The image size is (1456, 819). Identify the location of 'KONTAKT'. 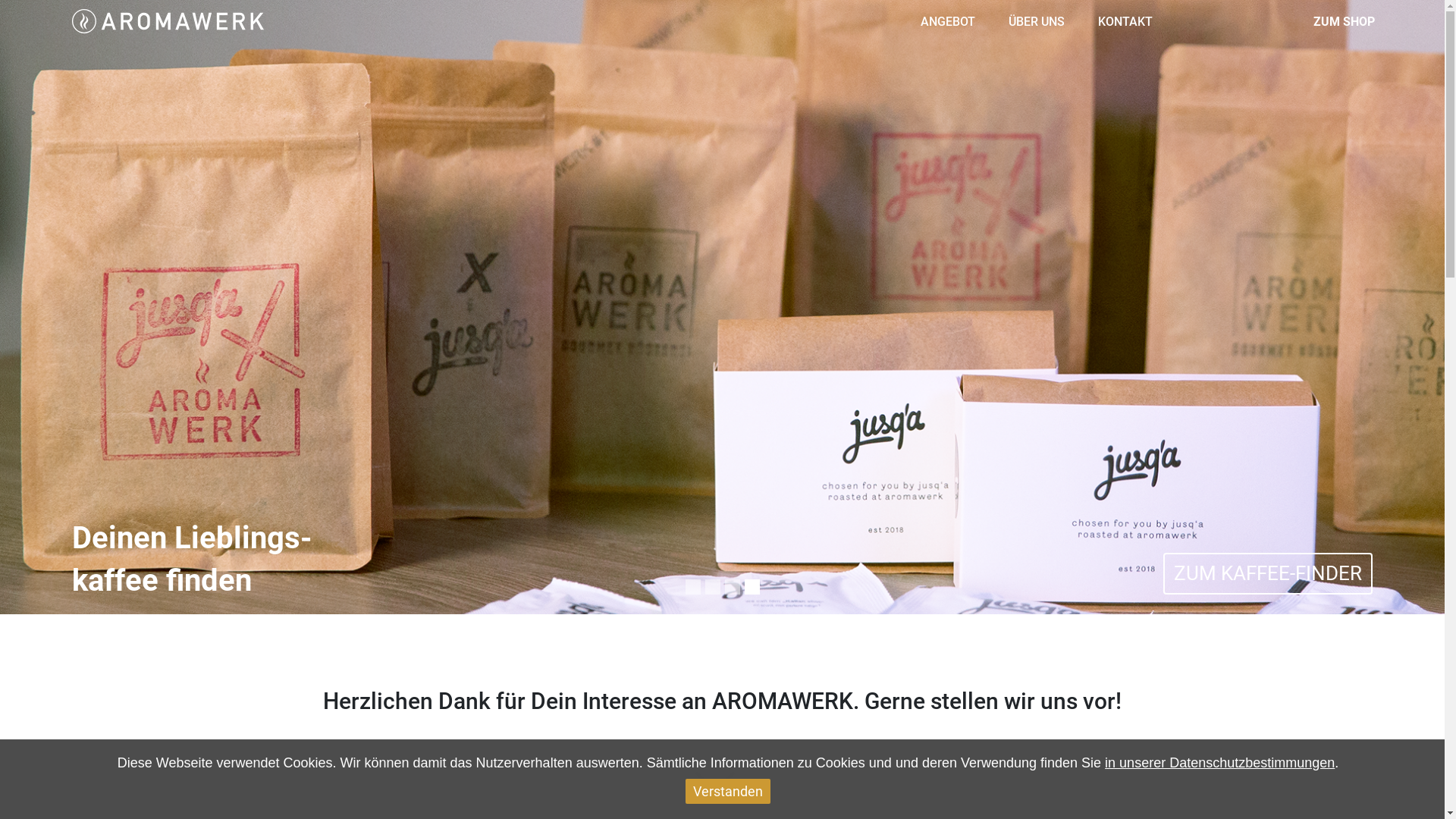
(1117, 21).